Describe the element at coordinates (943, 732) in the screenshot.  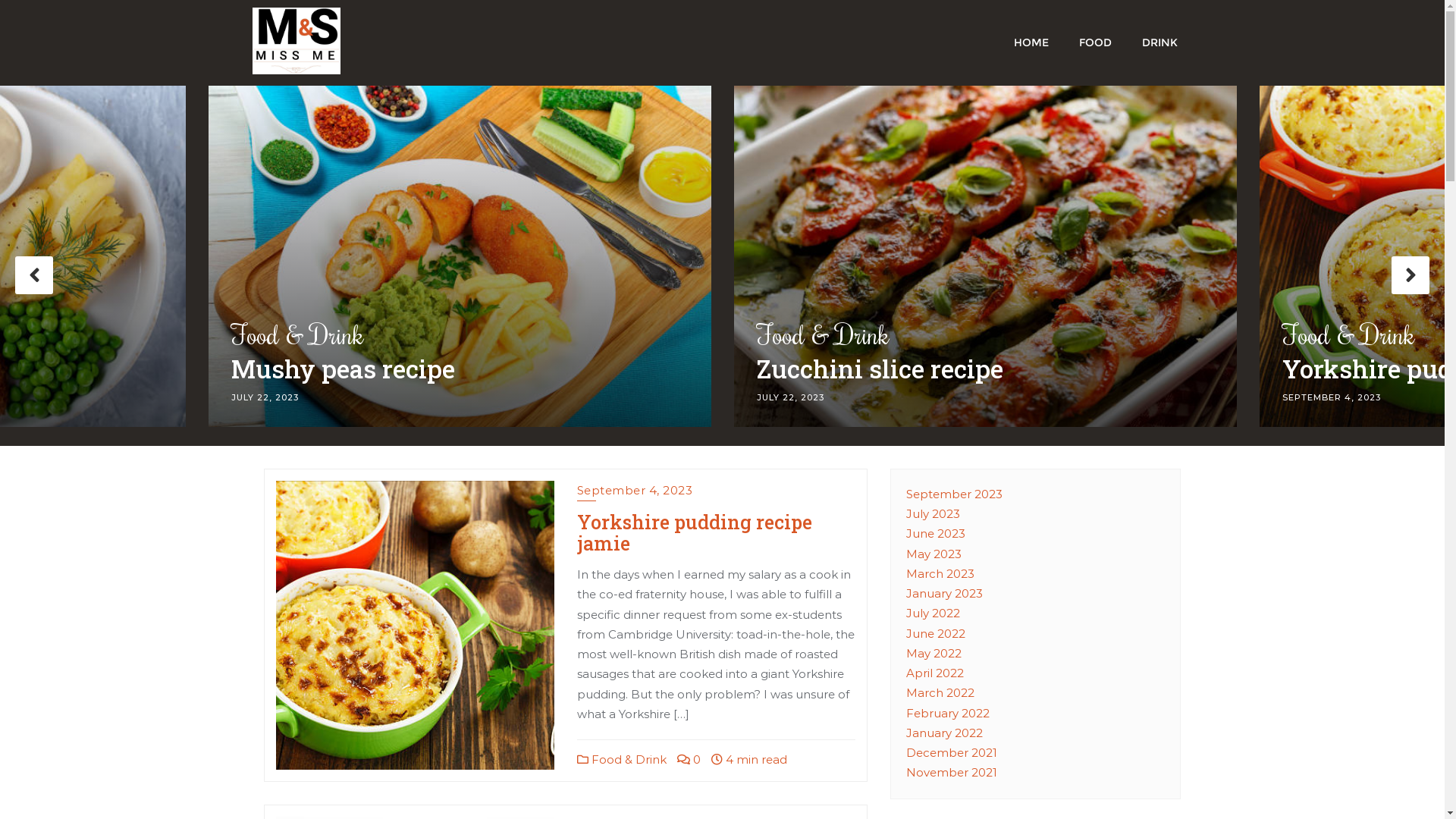
I see `'January 2022'` at that location.